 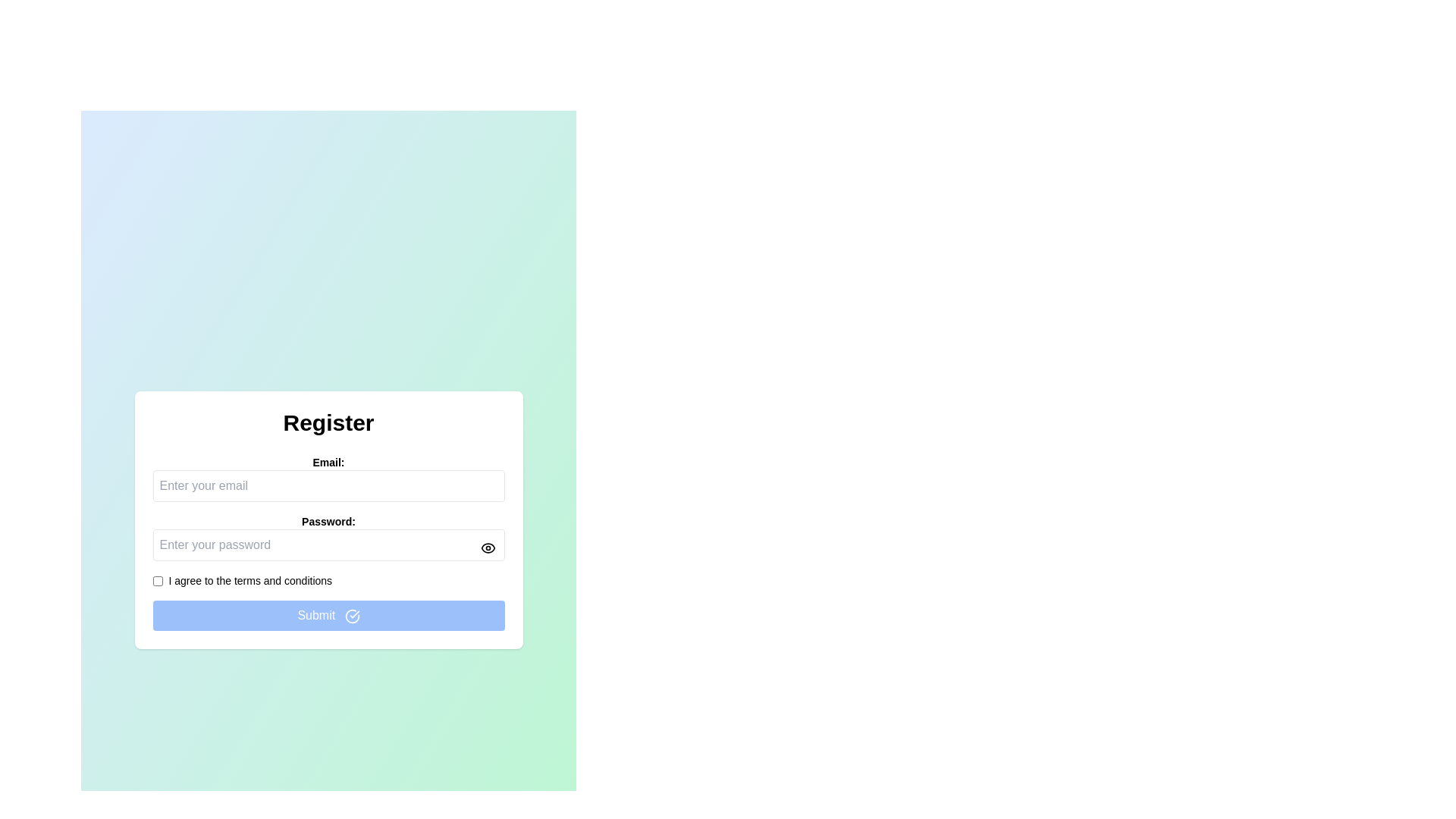 What do you see at coordinates (328, 520) in the screenshot?
I see `the 'Password:' label, which is a bold black text located above the password input field` at bounding box center [328, 520].